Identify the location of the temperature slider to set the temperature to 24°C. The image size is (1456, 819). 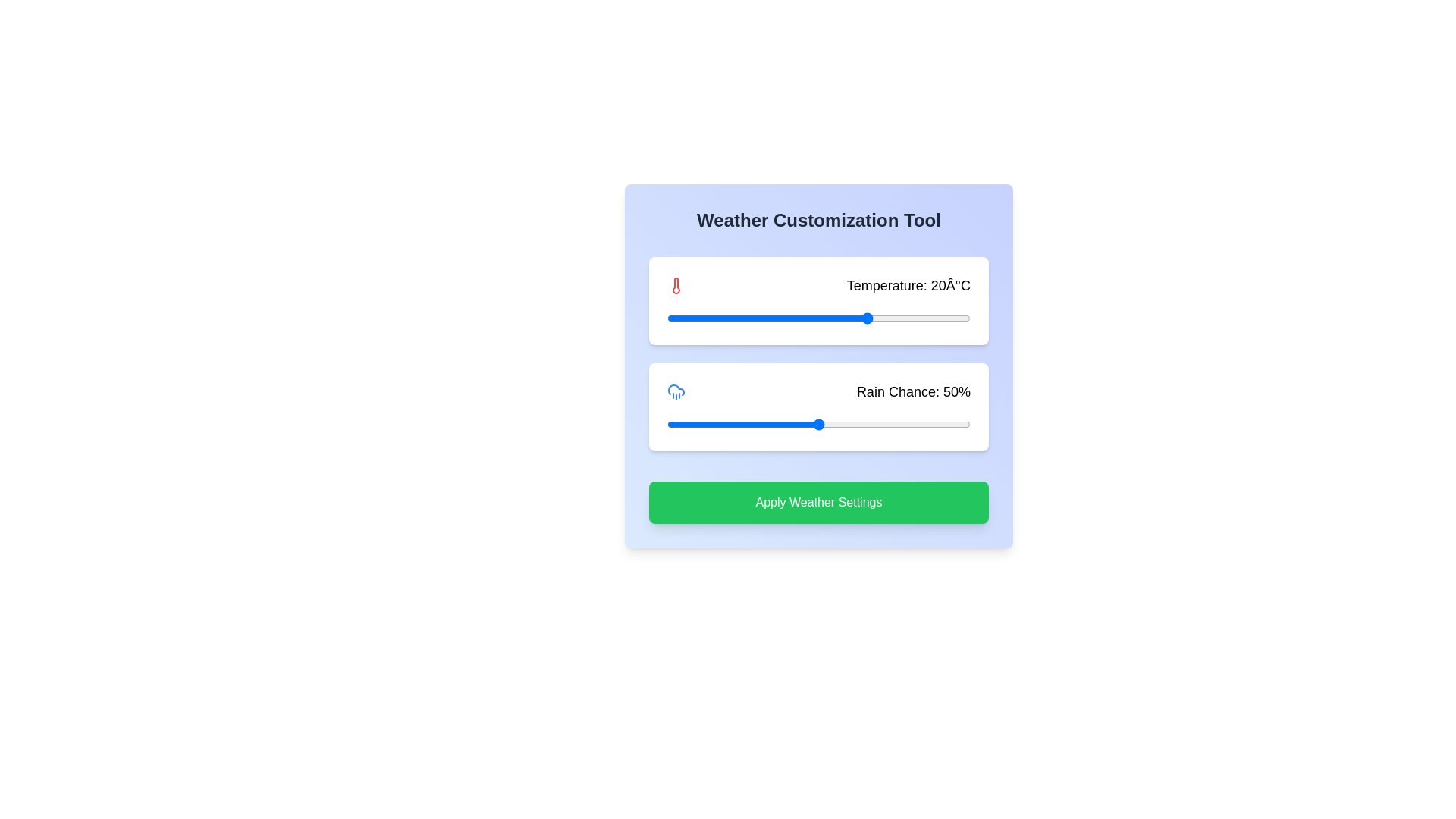
(890, 318).